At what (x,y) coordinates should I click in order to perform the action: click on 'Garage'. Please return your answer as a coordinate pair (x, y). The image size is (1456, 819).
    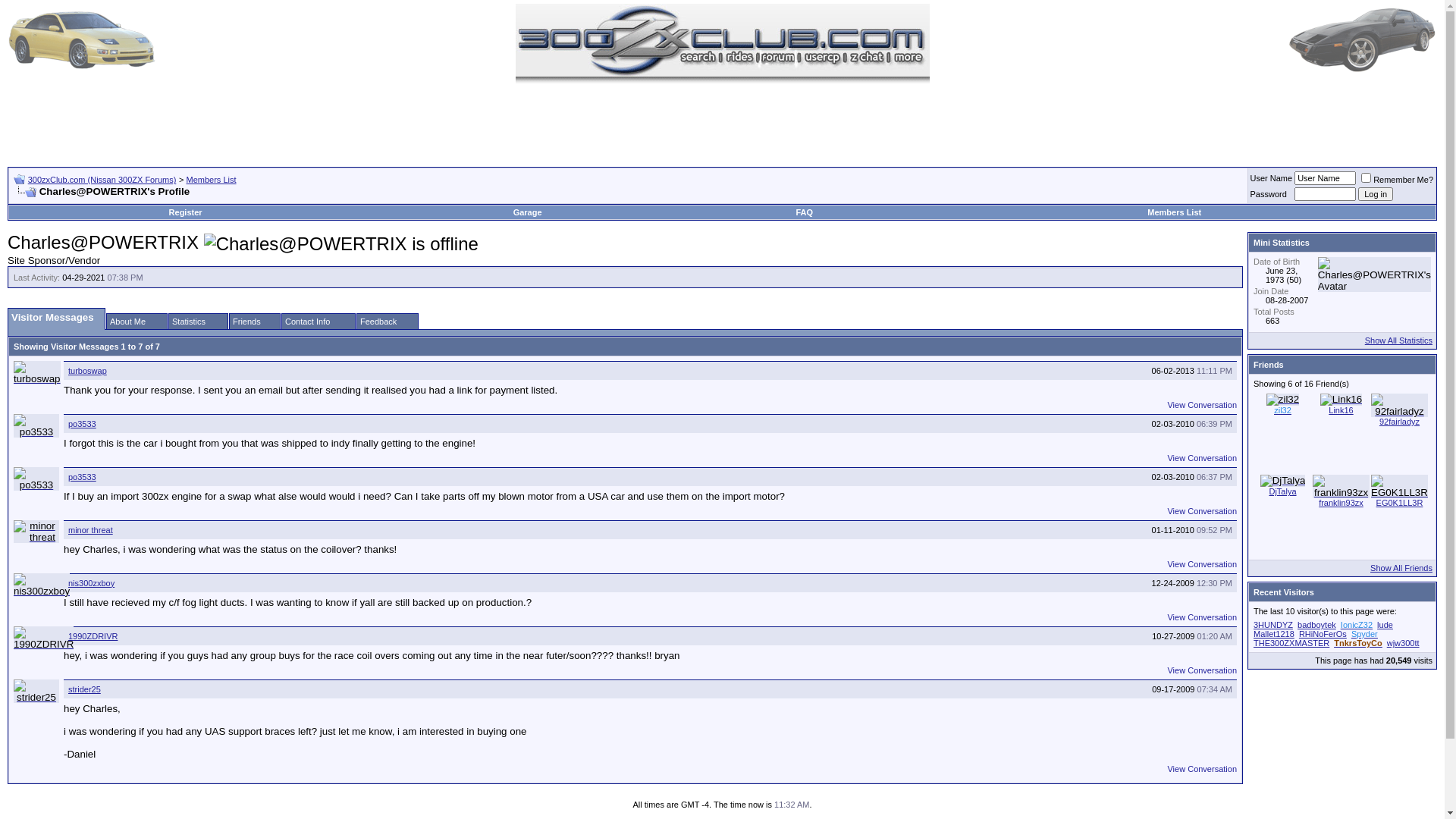
    Looking at the image, I should click on (513, 212).